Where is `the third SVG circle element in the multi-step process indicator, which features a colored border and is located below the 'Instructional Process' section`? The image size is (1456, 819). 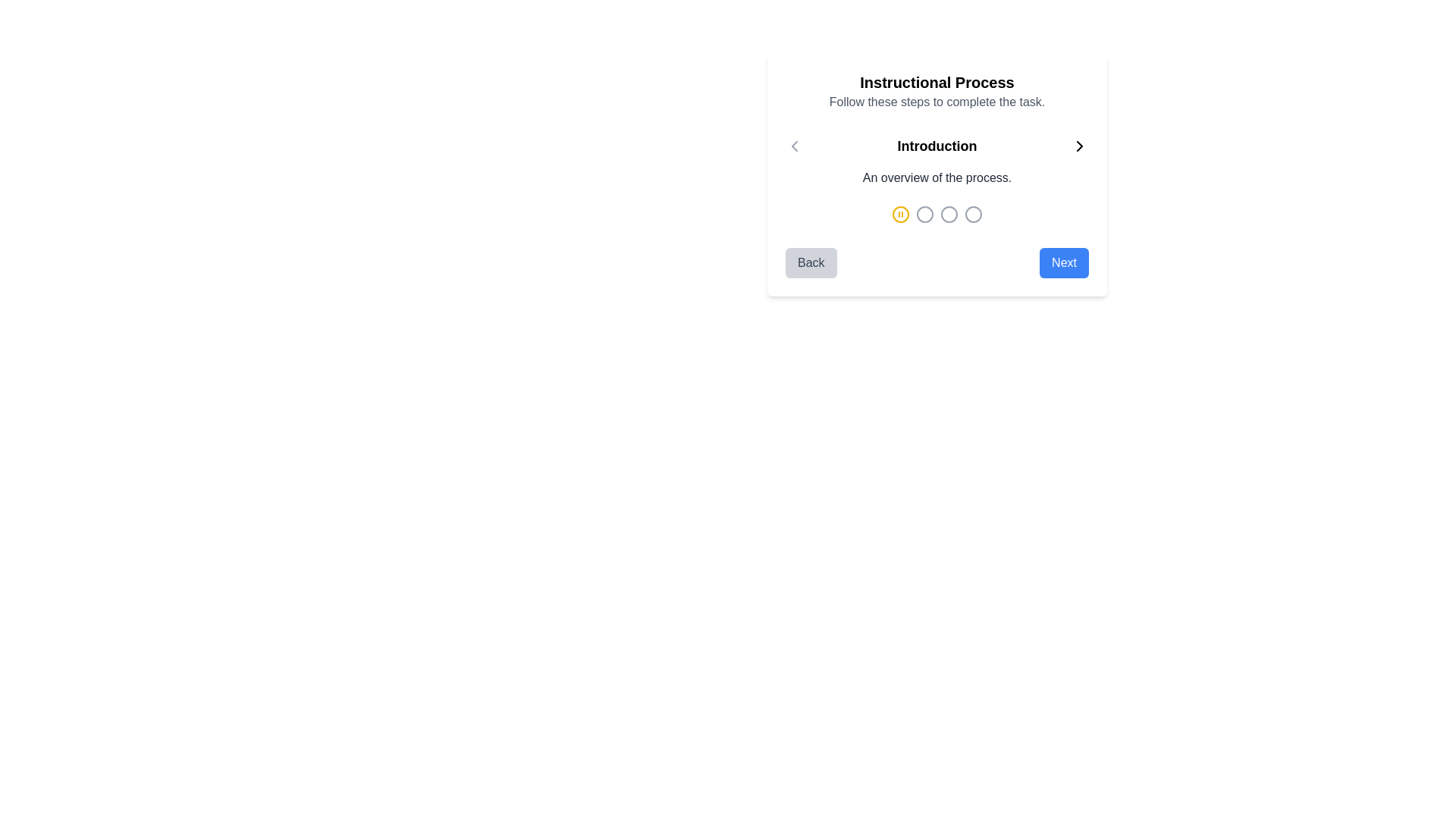
the third SVG circle element in the multi-step process indicator, which features a colored border and is located below the 'Instructional Process' section is located at coordinates (949, 214).